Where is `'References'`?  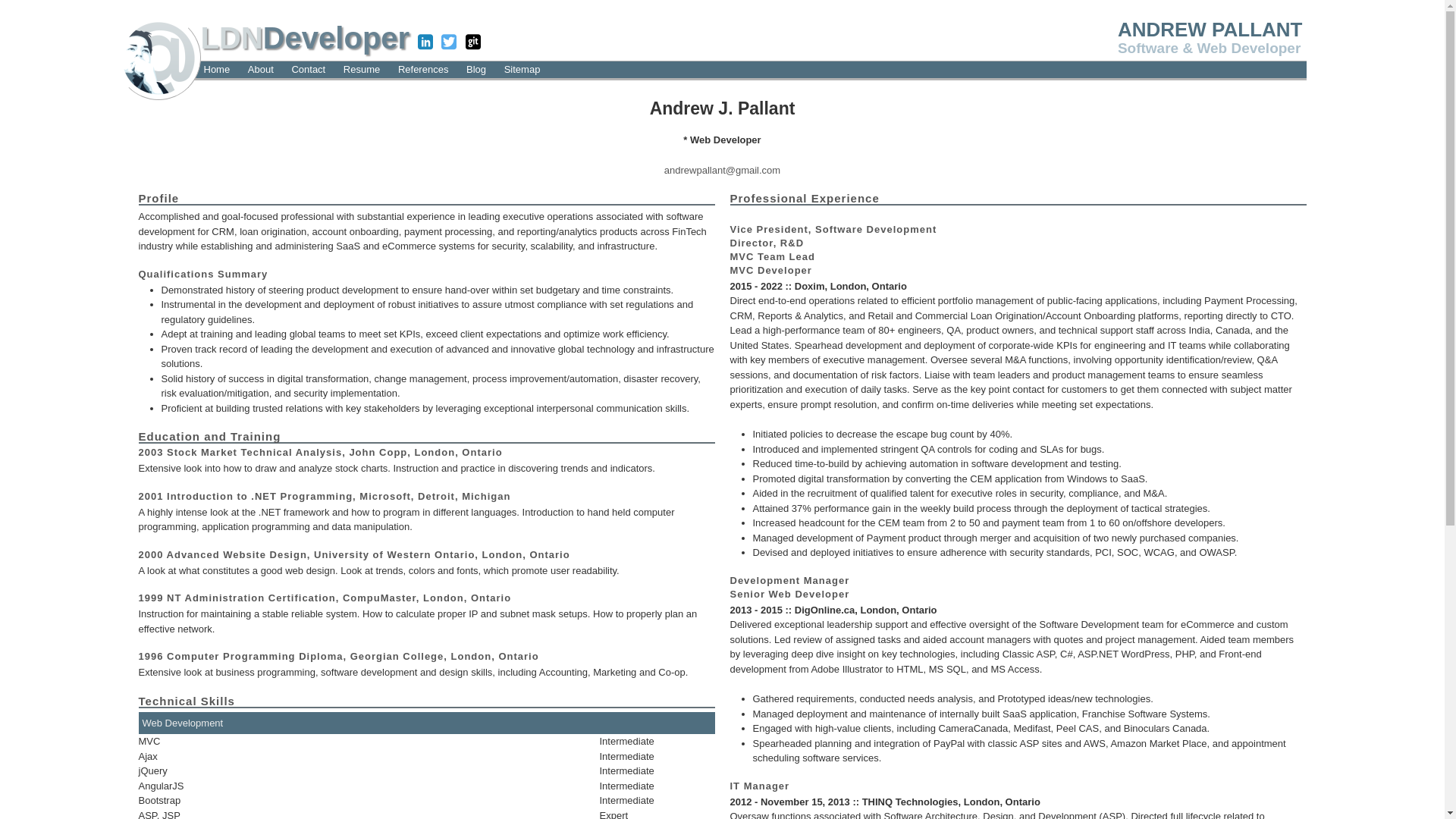 'References' is located at coordinates (422, 69).